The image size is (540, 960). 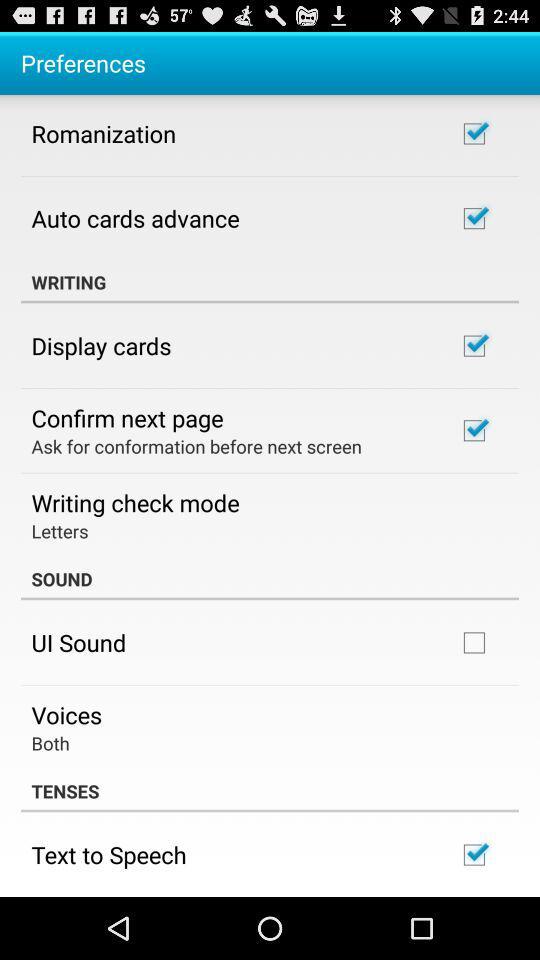 What do you see at coordinates (196, 446) in the screenshot?
I see `the icon above writing check mode icon` at bounding box center [196, 446].